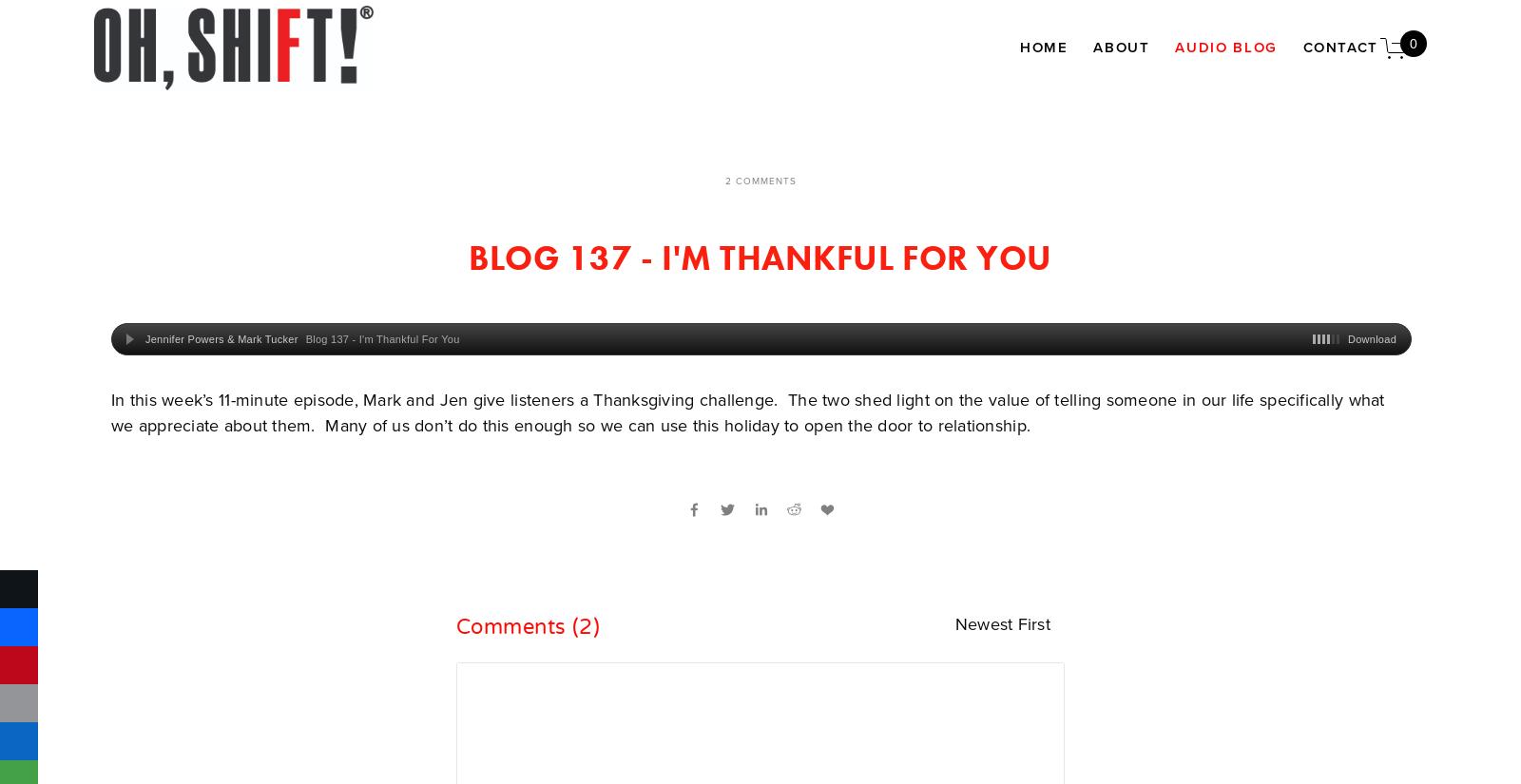 This screenshot has width=1521, height=784. What do you see at coordinates (953, 622) in the screenshot?
I see `'Newest First'` at bounding box center [953, 622].